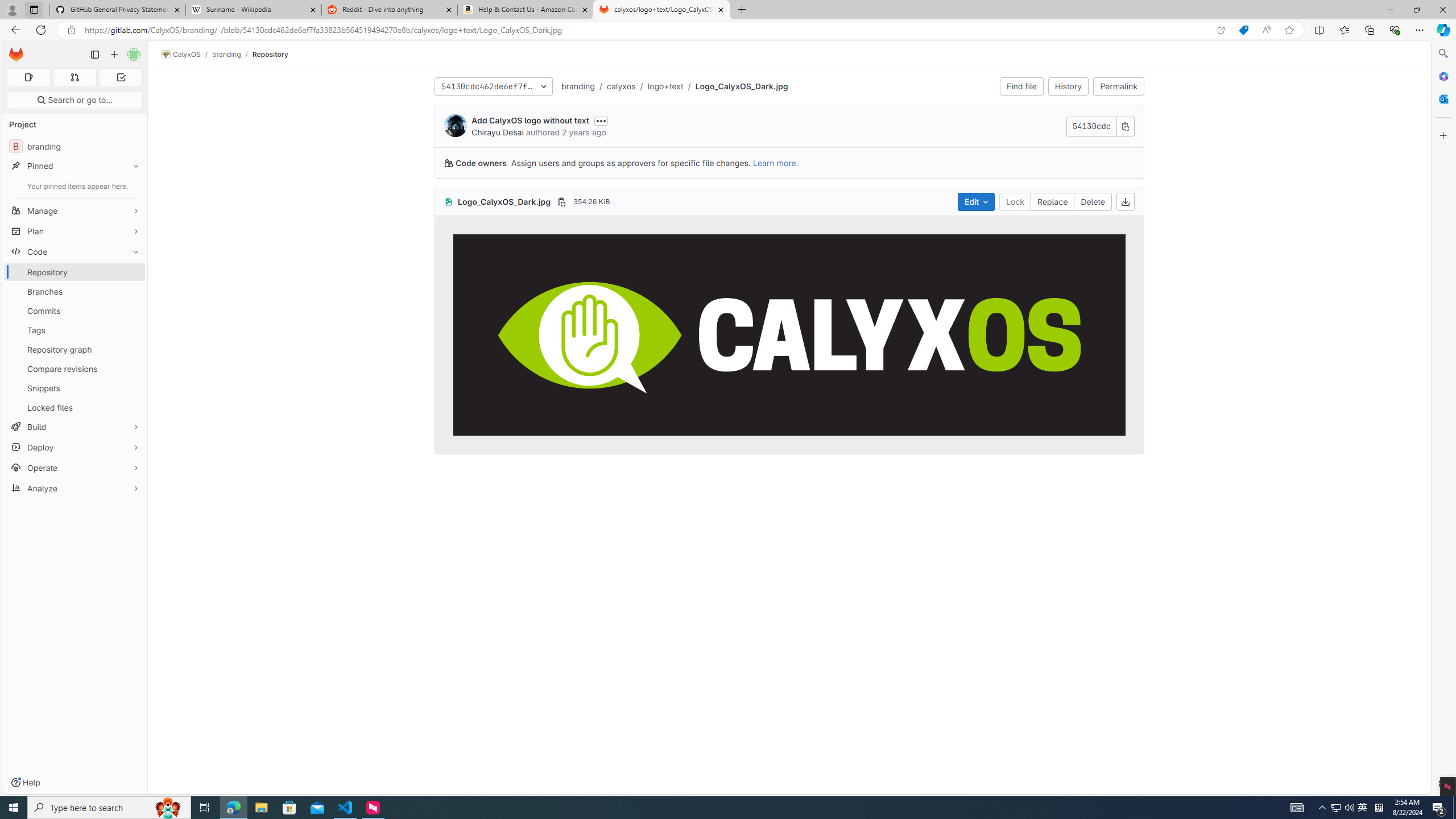 The width and height of the screenshot is (1456, 819). What do you see at coordinates (1220, 30) in the screenshot?
I see `'Open in app'` at bounding box center [1220, 30].